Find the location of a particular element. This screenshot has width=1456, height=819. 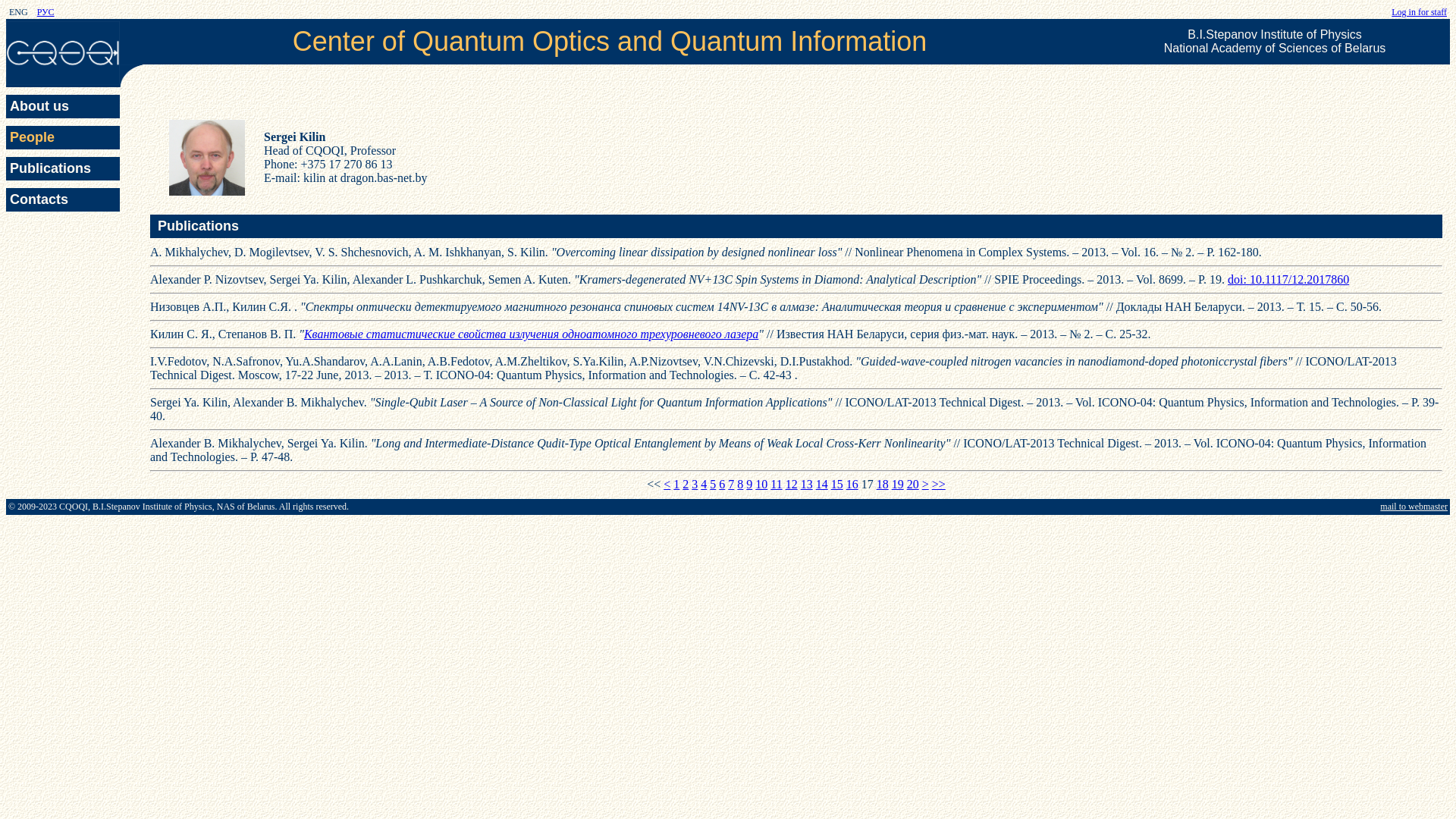

'16' is located at coordinates (846, 484).